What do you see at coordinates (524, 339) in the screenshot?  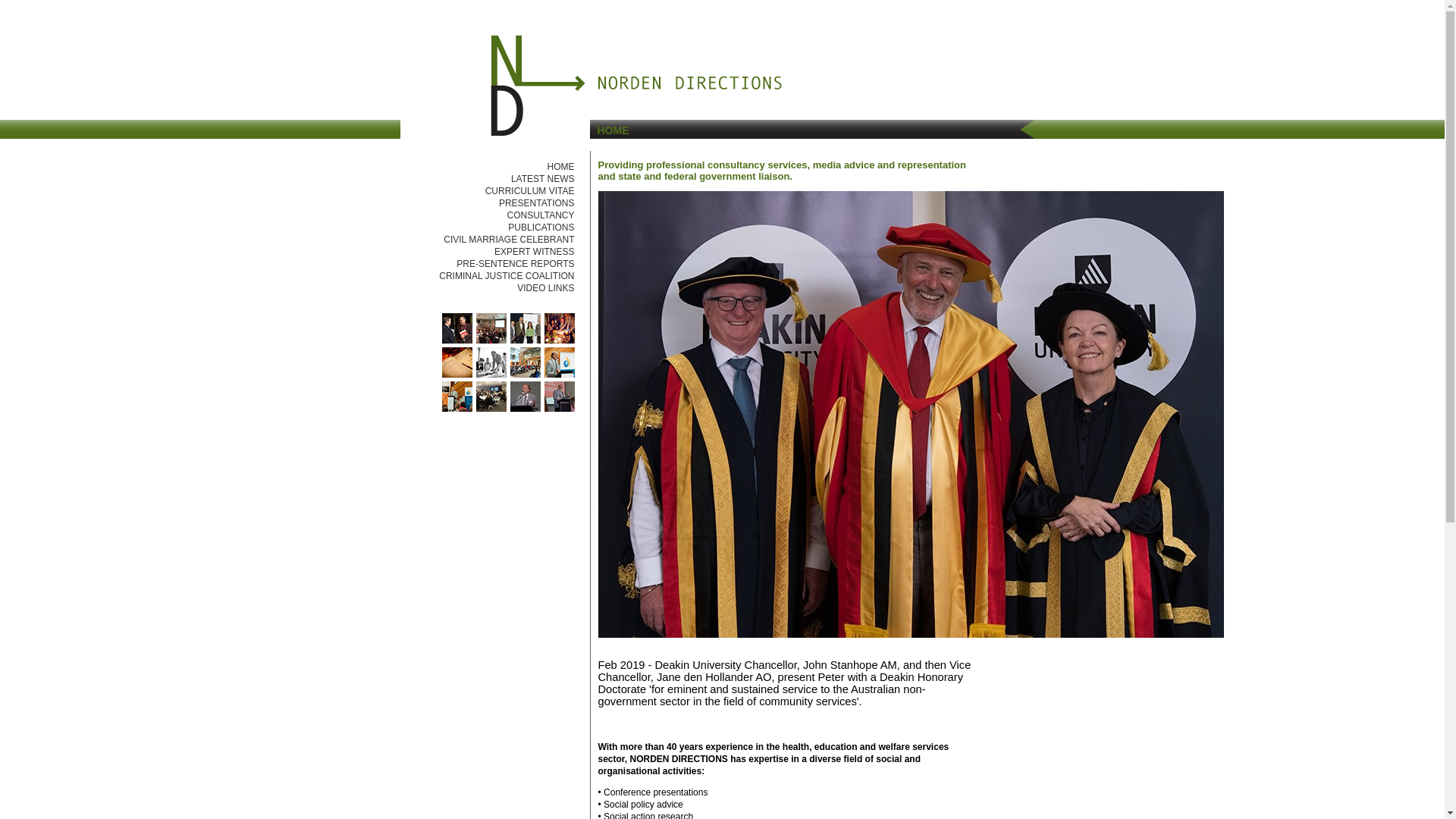 I see `'Coach Conference'` at bounding box center [524, 339].